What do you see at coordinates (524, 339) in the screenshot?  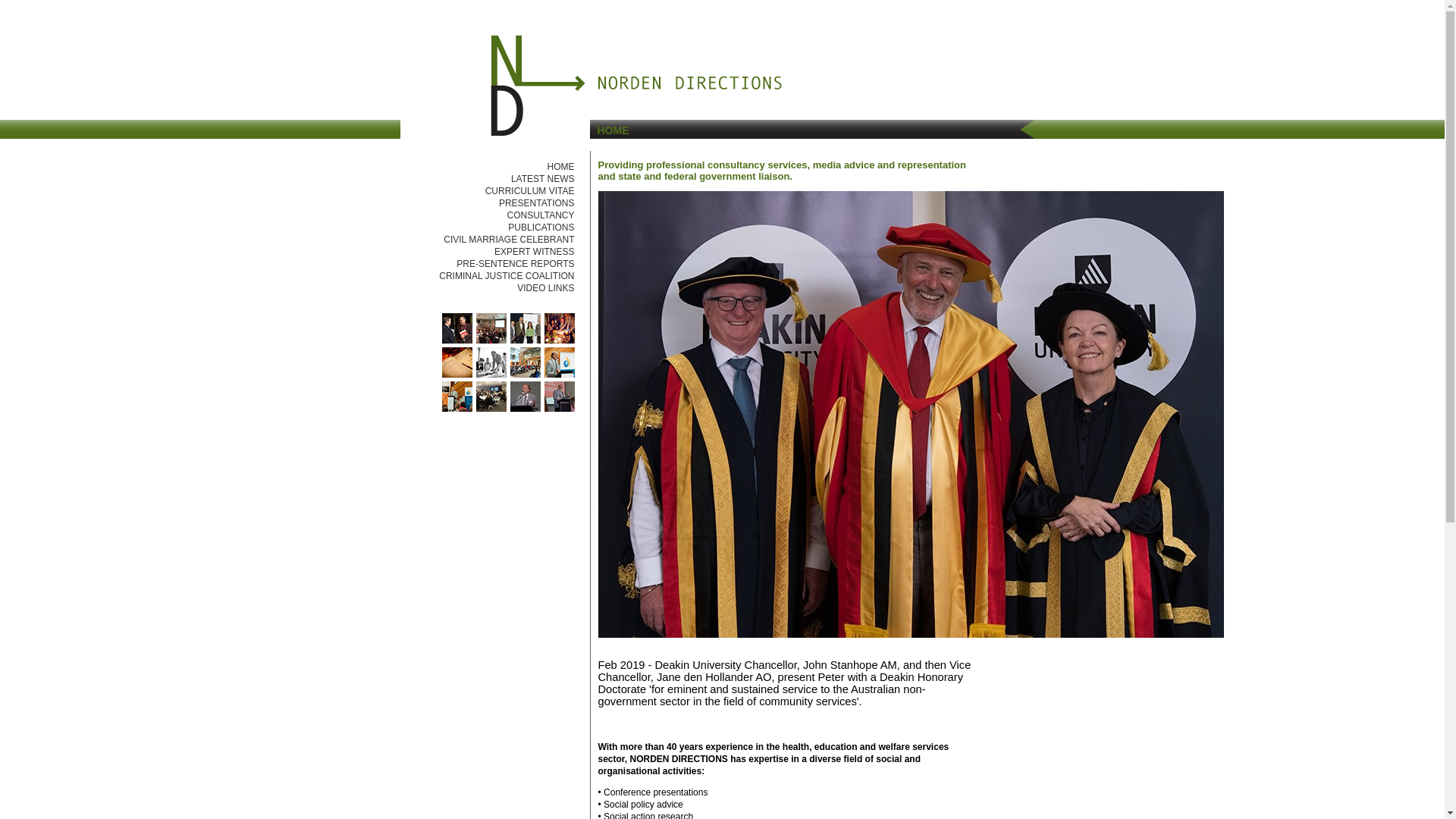 I see `'Coach Conference'` at bounding box center [524, 339].